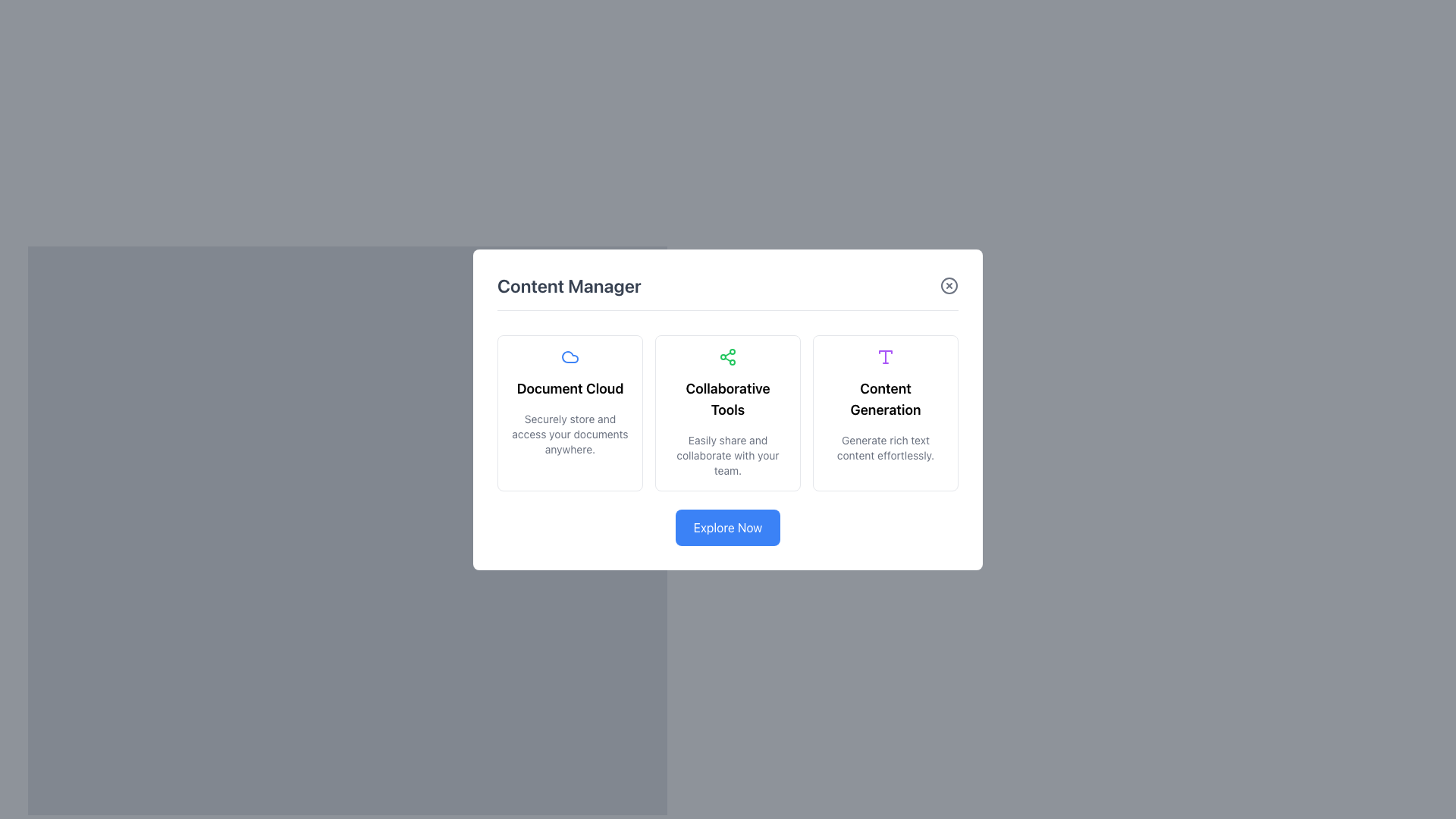 The image size is (1456, 819). Describe the element at coordinates (568, 285) in the screenshot. I see `the 'Content Manager' text label, which is a bold, large-sized dark gray label located at the top-left corner of the white card interface` at that location.